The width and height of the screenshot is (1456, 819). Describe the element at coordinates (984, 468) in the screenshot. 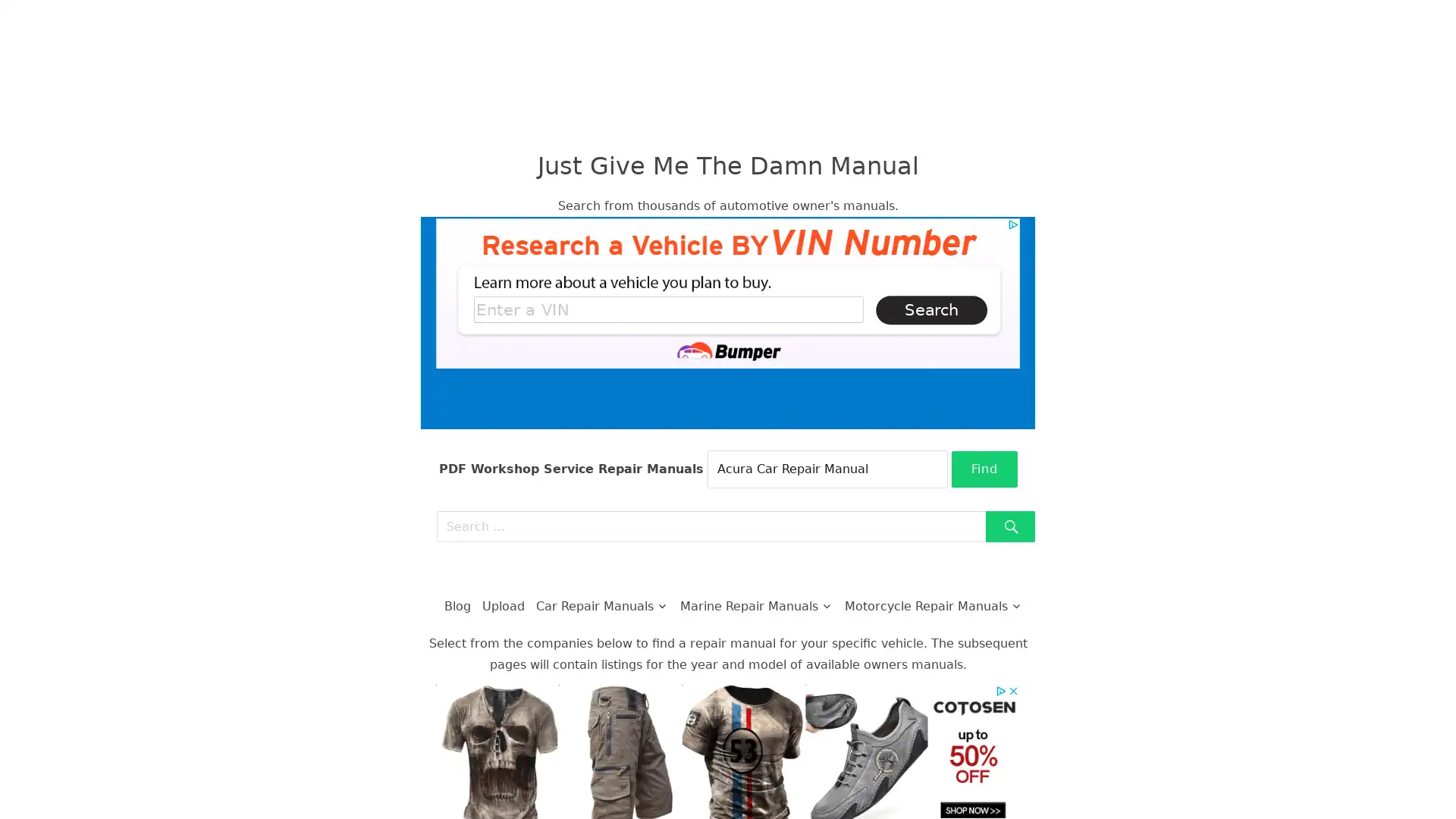

I see `Find` at that location.